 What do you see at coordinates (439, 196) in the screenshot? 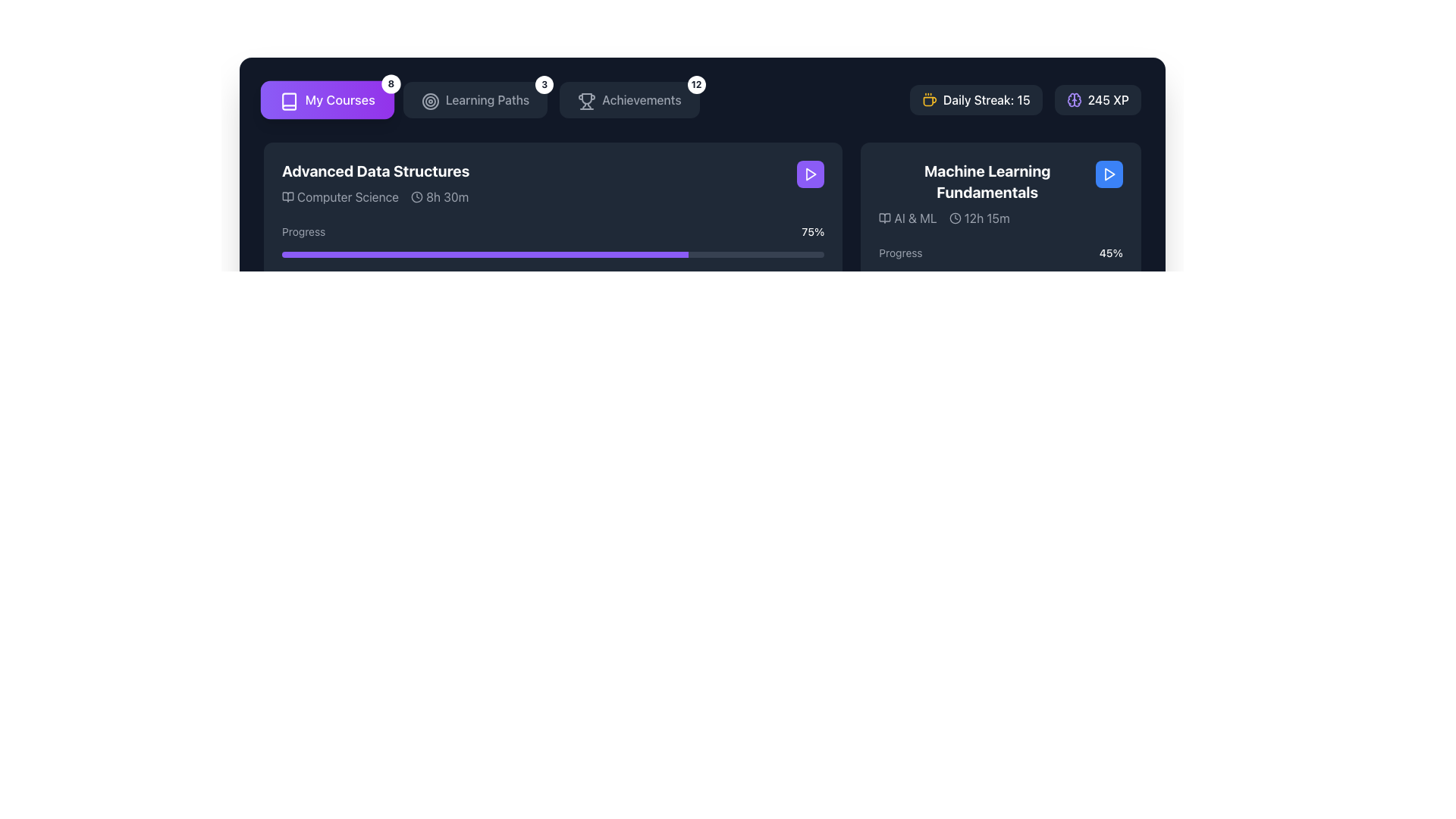
I see `the informational label displaying the clock icon and text '8h 30m' located to the right of the 'Computer Science' label in the 'Advanced Data Structures' course section` at bounding box center [439, 196].